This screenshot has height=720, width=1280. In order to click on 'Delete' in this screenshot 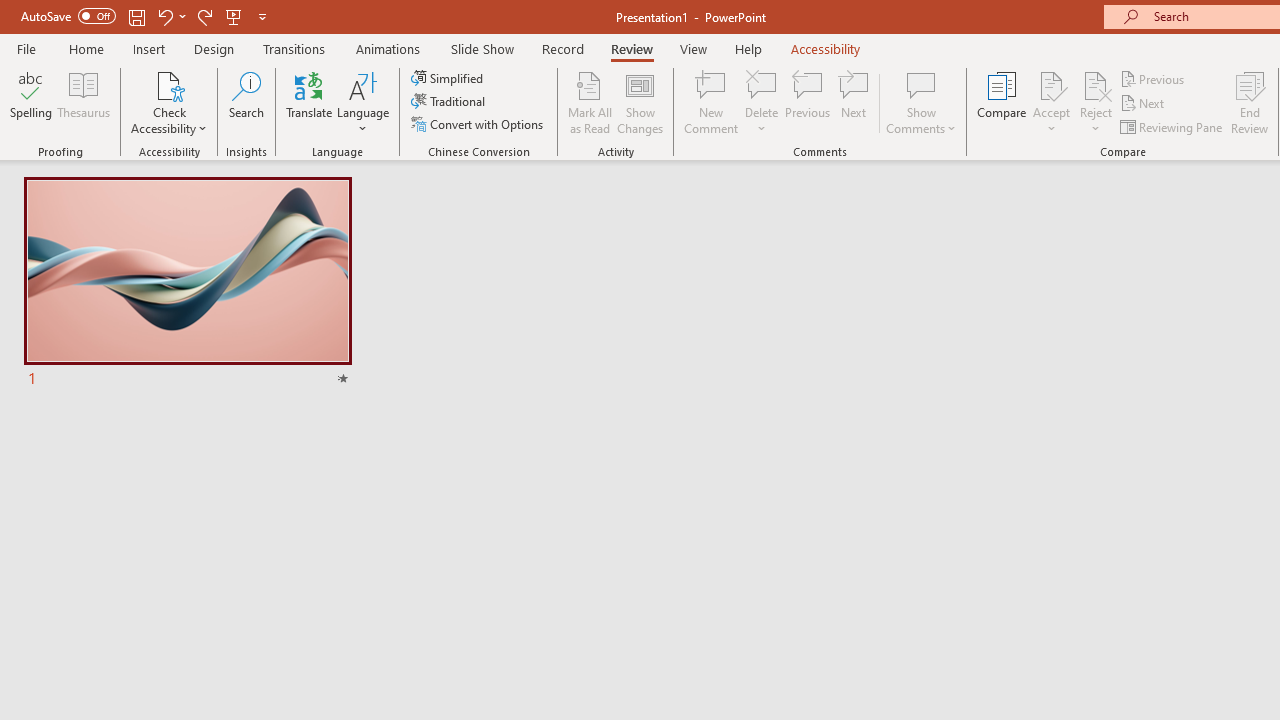, I will do `click(761, 103)`.